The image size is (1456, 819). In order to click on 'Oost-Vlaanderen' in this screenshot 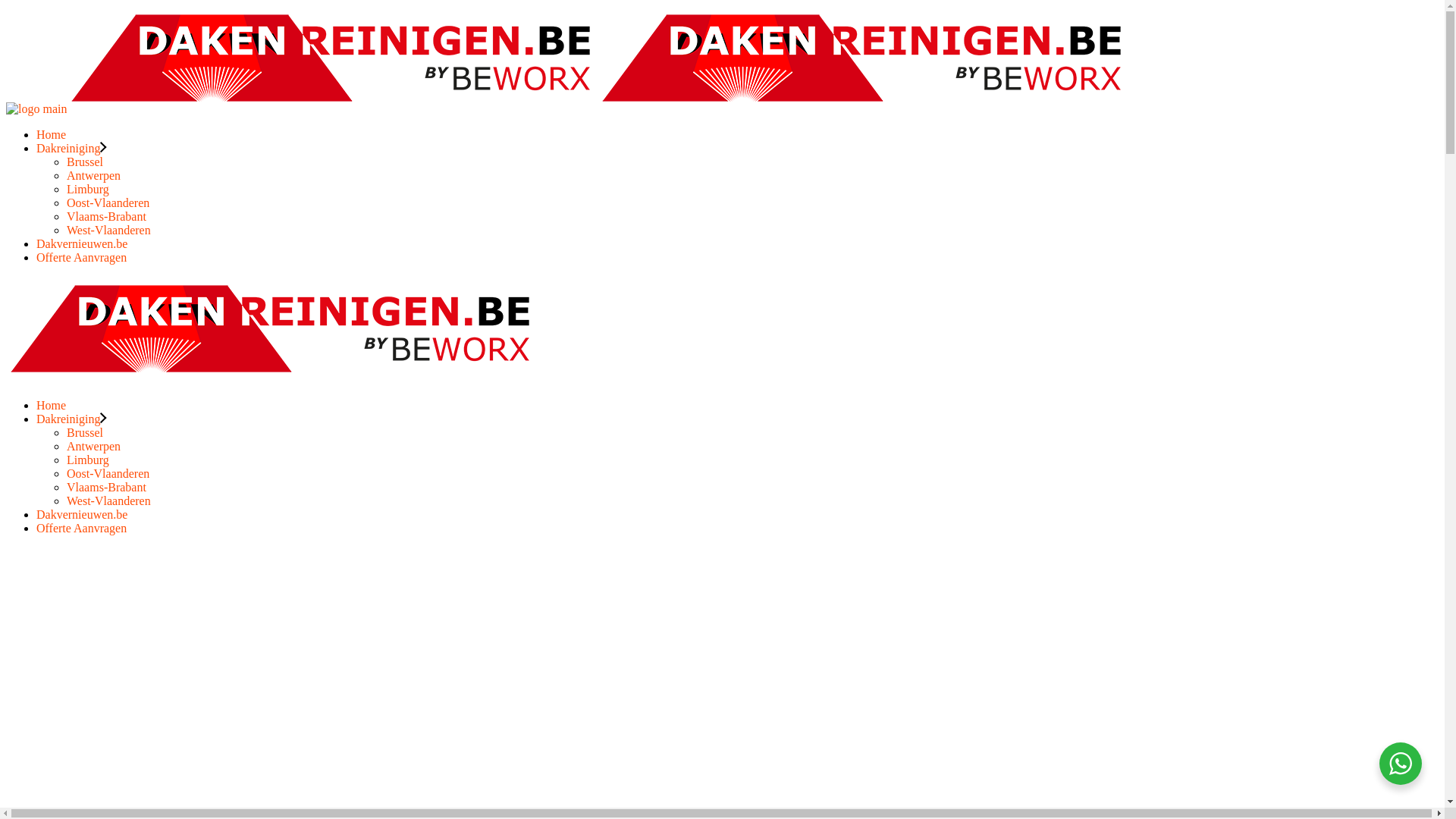, I will do `click(107, 472)`.